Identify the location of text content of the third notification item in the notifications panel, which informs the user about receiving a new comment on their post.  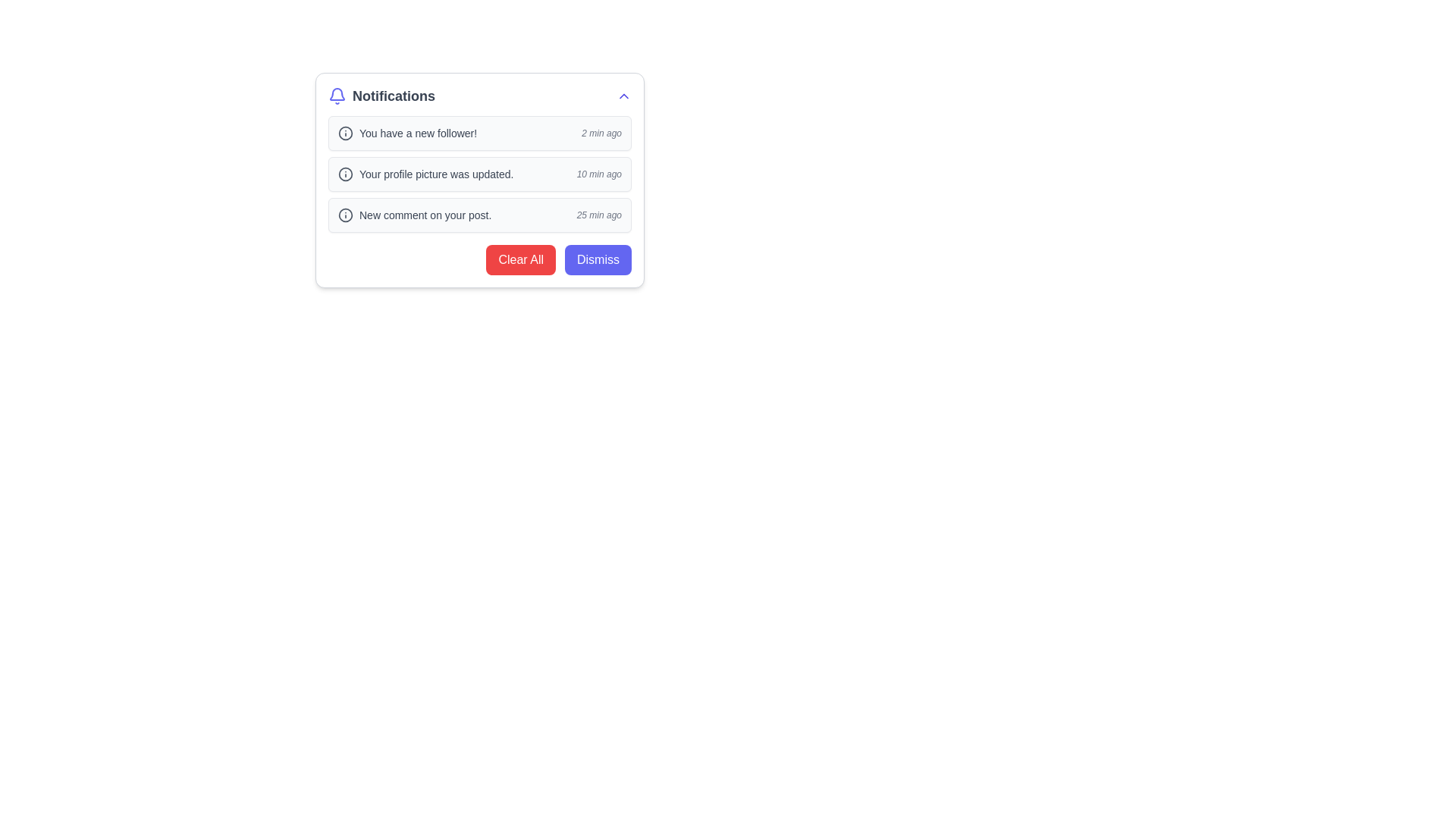
(415, 215).